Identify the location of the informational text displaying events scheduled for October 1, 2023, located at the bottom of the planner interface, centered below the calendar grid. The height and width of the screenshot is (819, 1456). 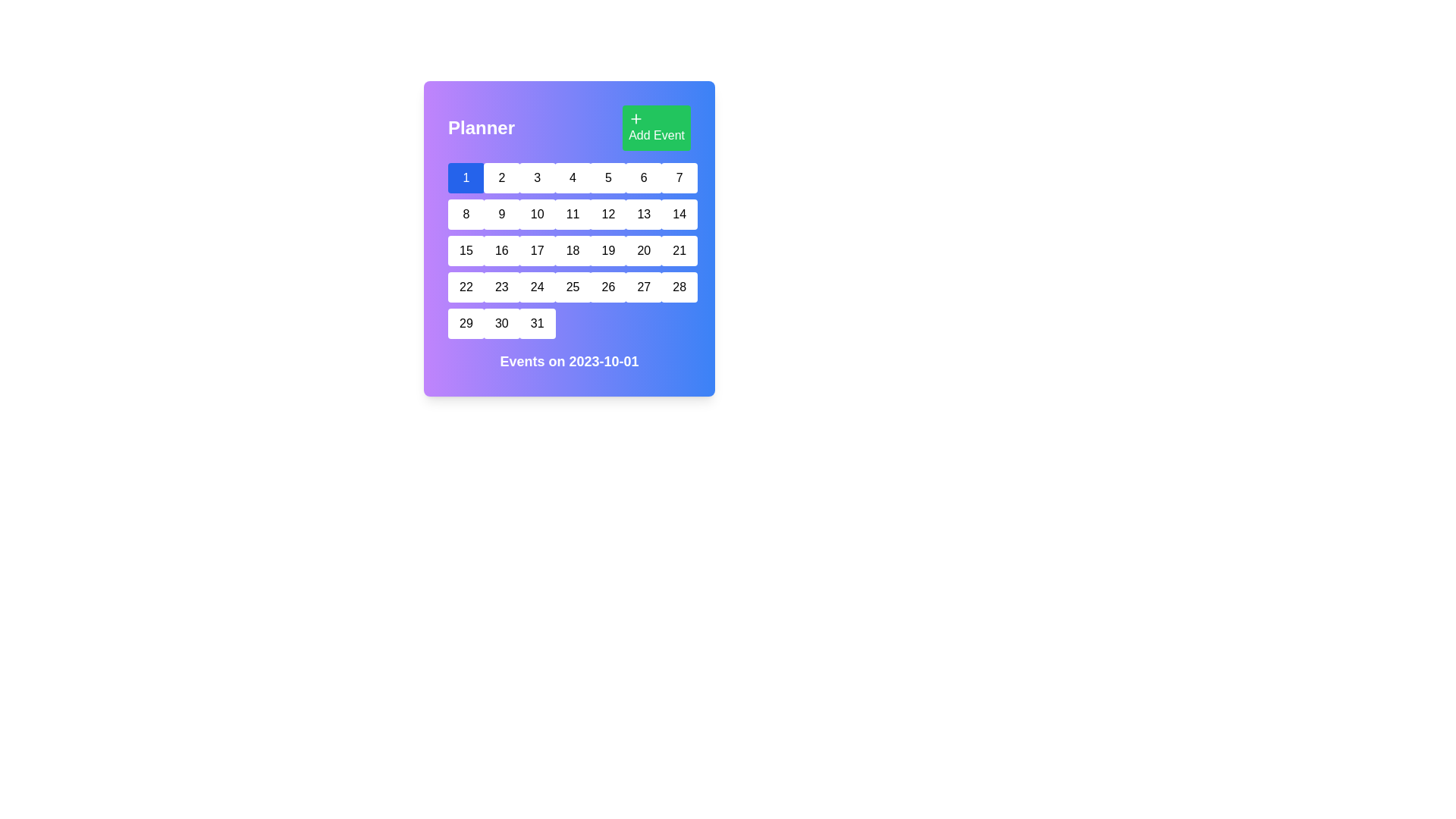
(568, 362).